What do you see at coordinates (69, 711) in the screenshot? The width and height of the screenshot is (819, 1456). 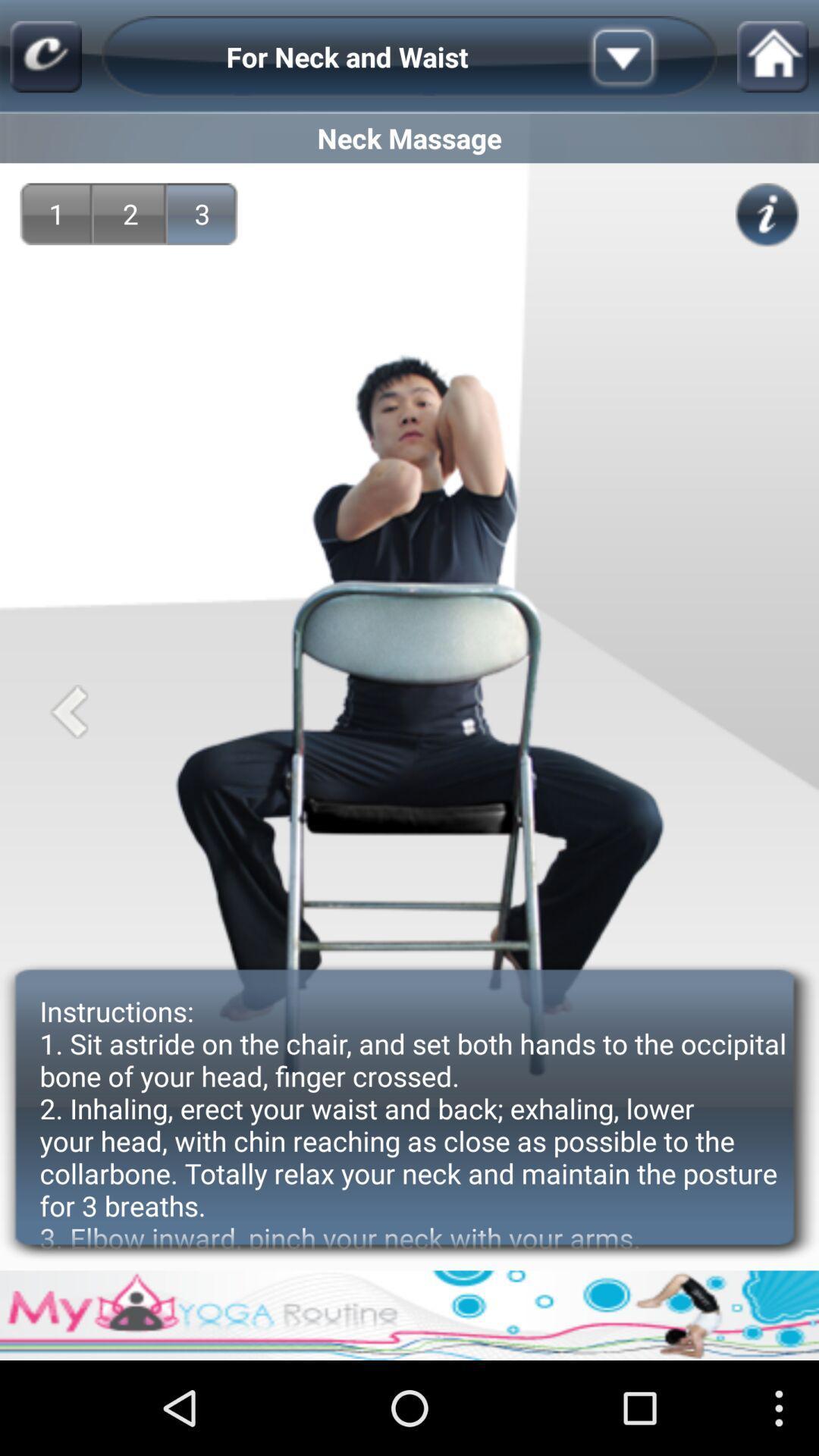 I see `app above the instructions 1 sit icon` at bounding box center [69, 711].